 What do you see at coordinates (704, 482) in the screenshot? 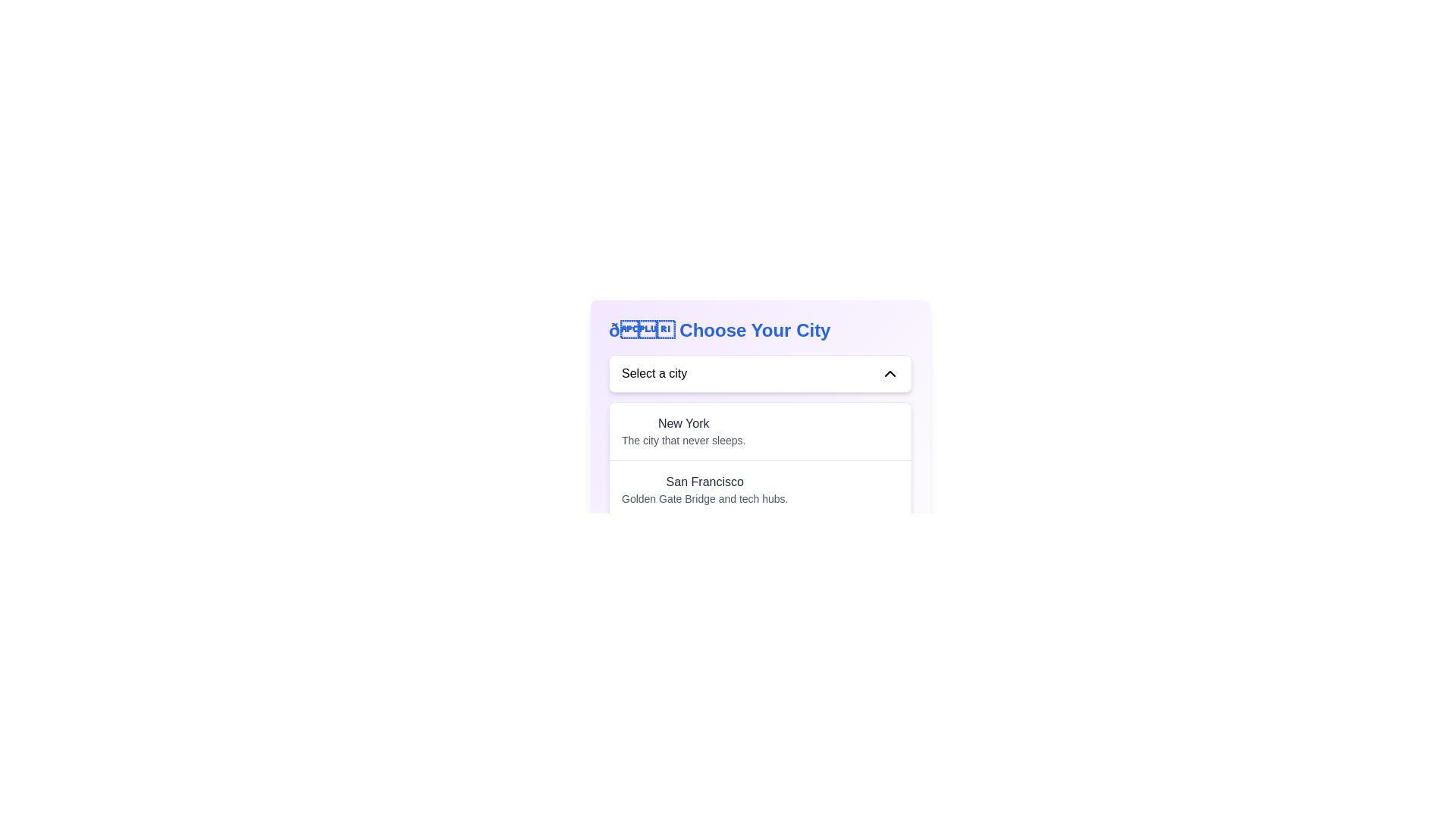
I see `the text label representing the choice of the city 'San Francisco' in the city selection interface` at bounding box center [704, 482].